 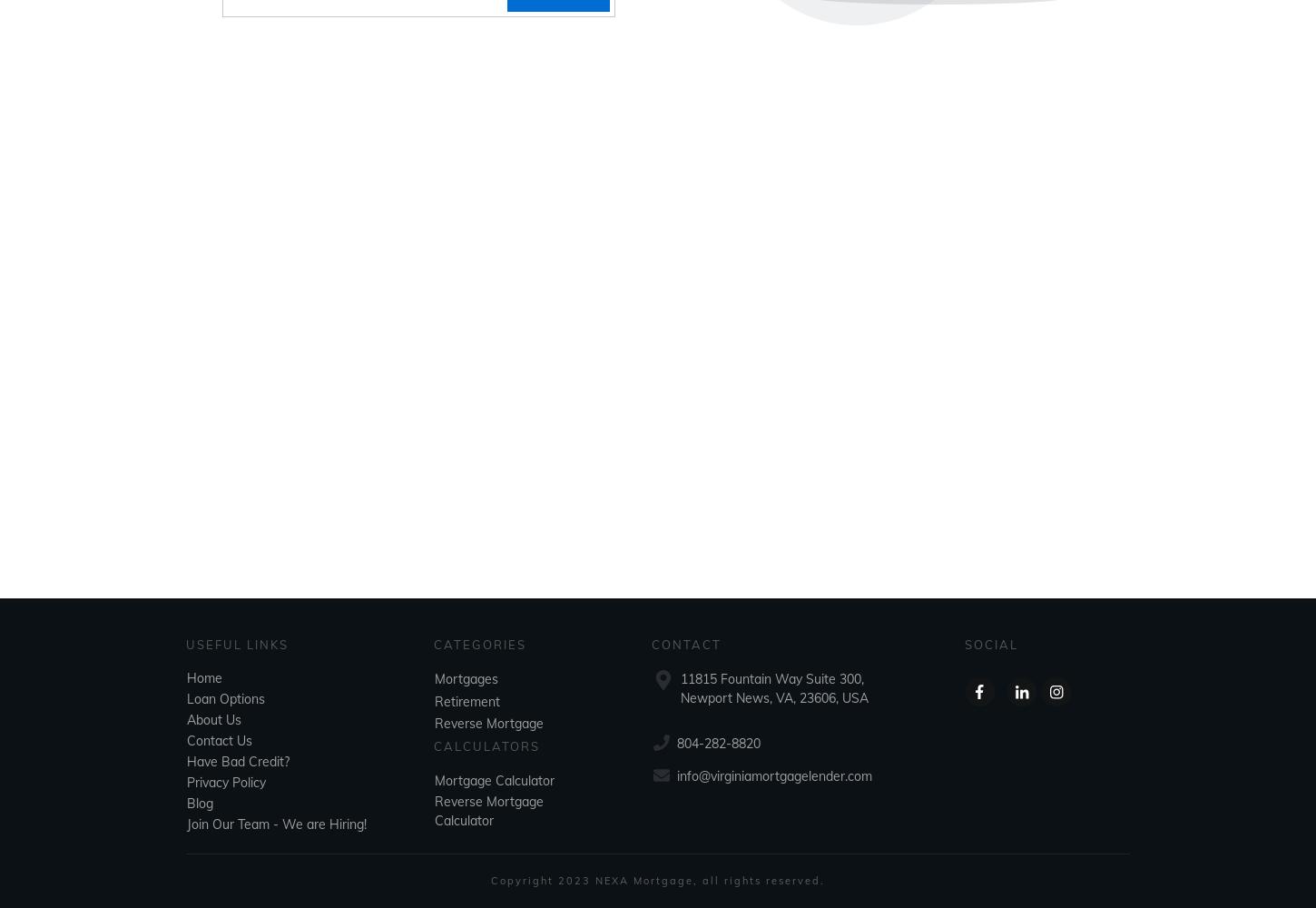 I want to click on 'Loan Options', so click(x=225, y=699).